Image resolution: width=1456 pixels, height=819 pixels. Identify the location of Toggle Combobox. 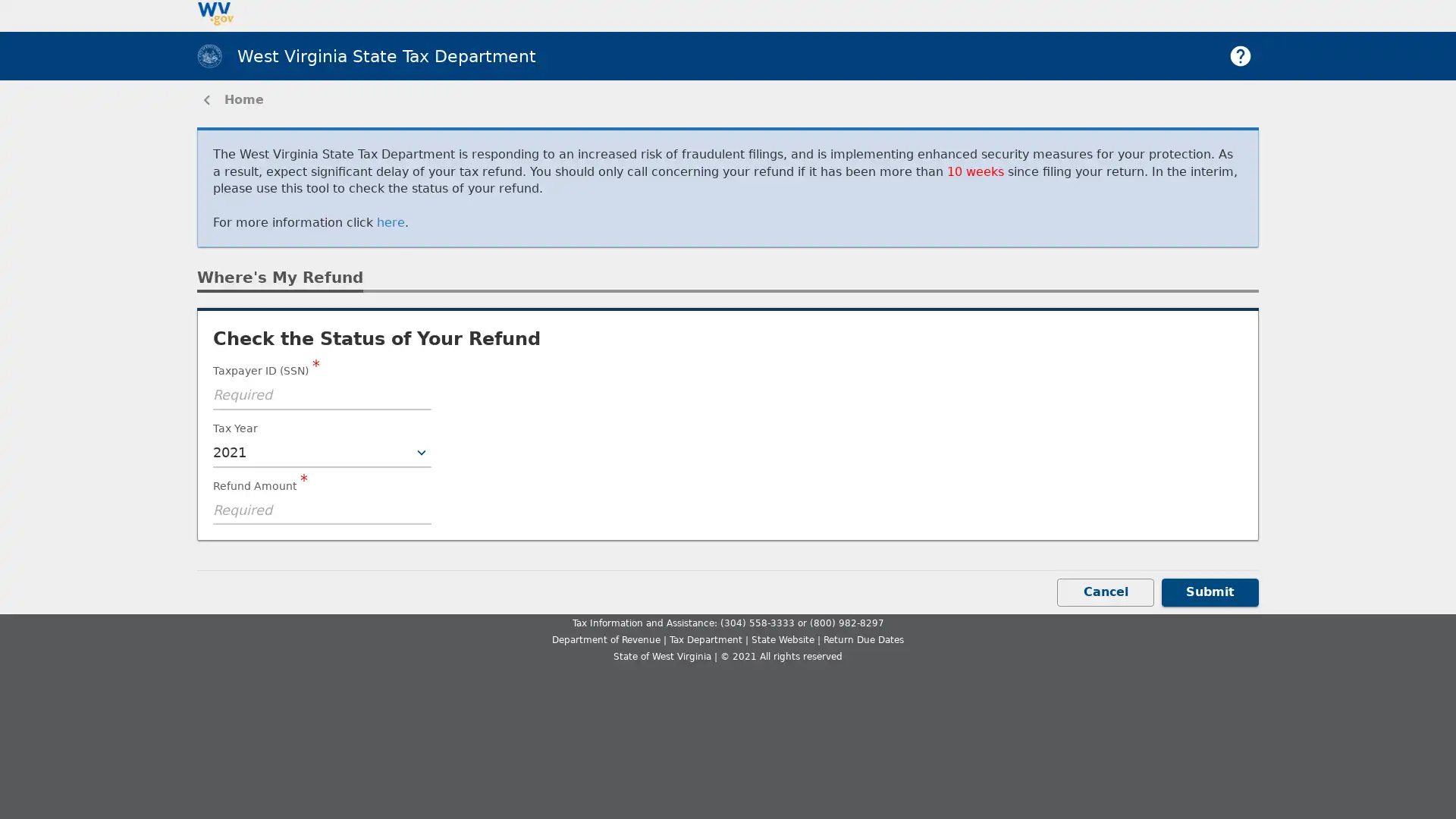
(422, 452).